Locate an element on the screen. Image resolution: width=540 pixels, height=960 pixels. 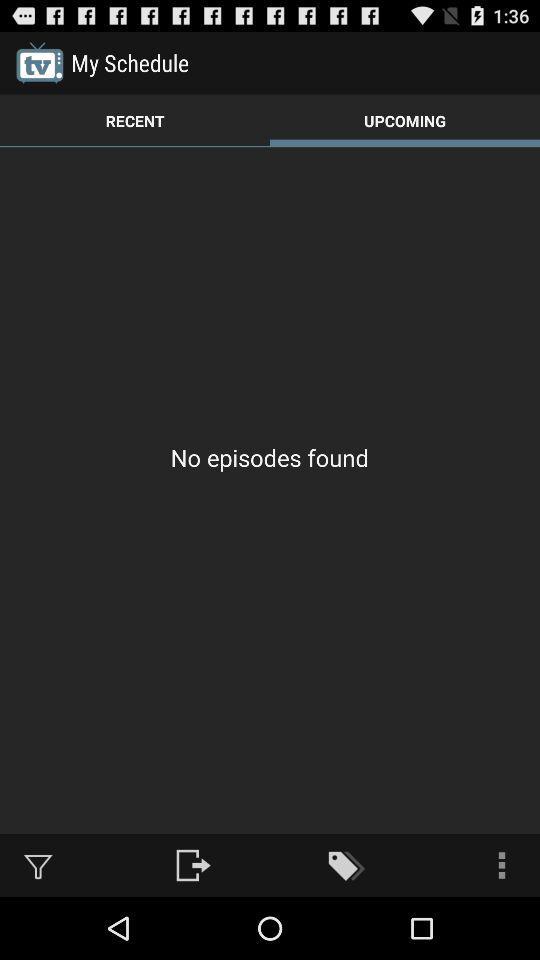
the app above no episodes found app is located at coordinates (135, 120).